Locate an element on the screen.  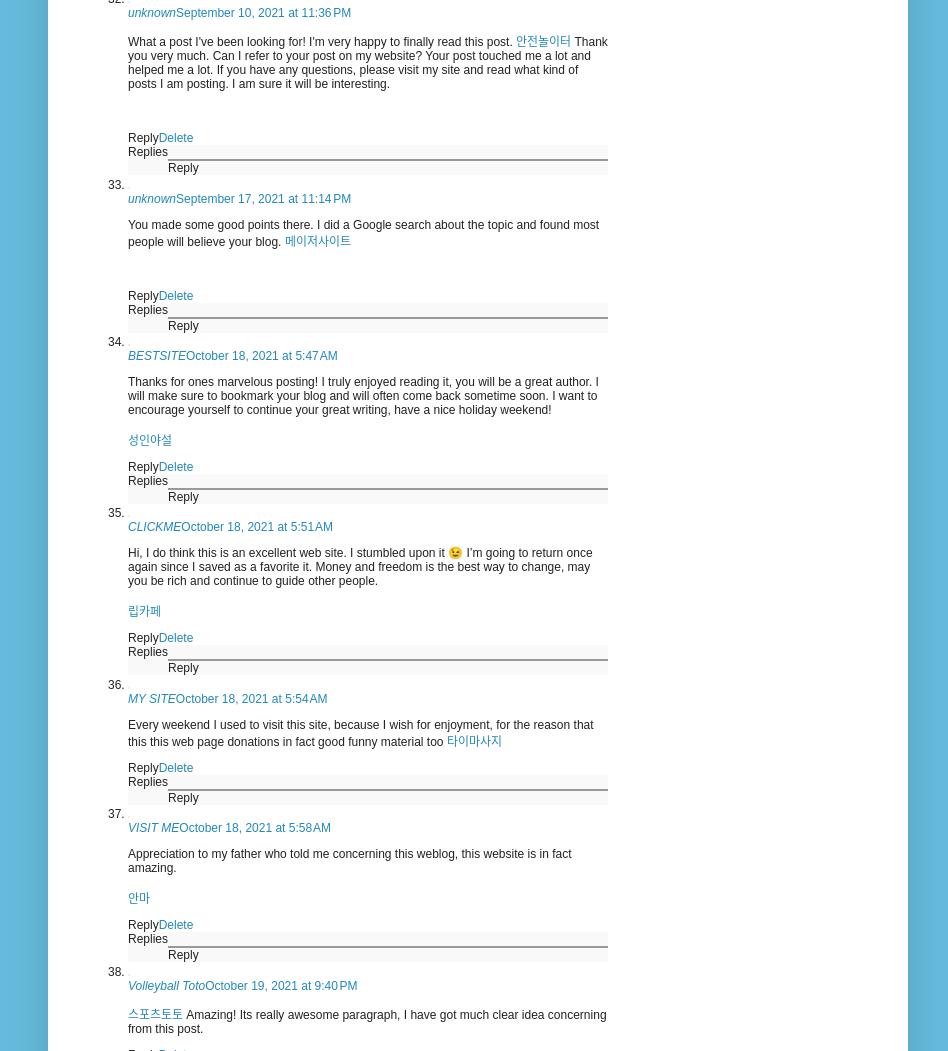
'Amazing! Its really awesome paragraph, I have got much clear idea concerning from this post.' is located at coordinates (365, 1020).